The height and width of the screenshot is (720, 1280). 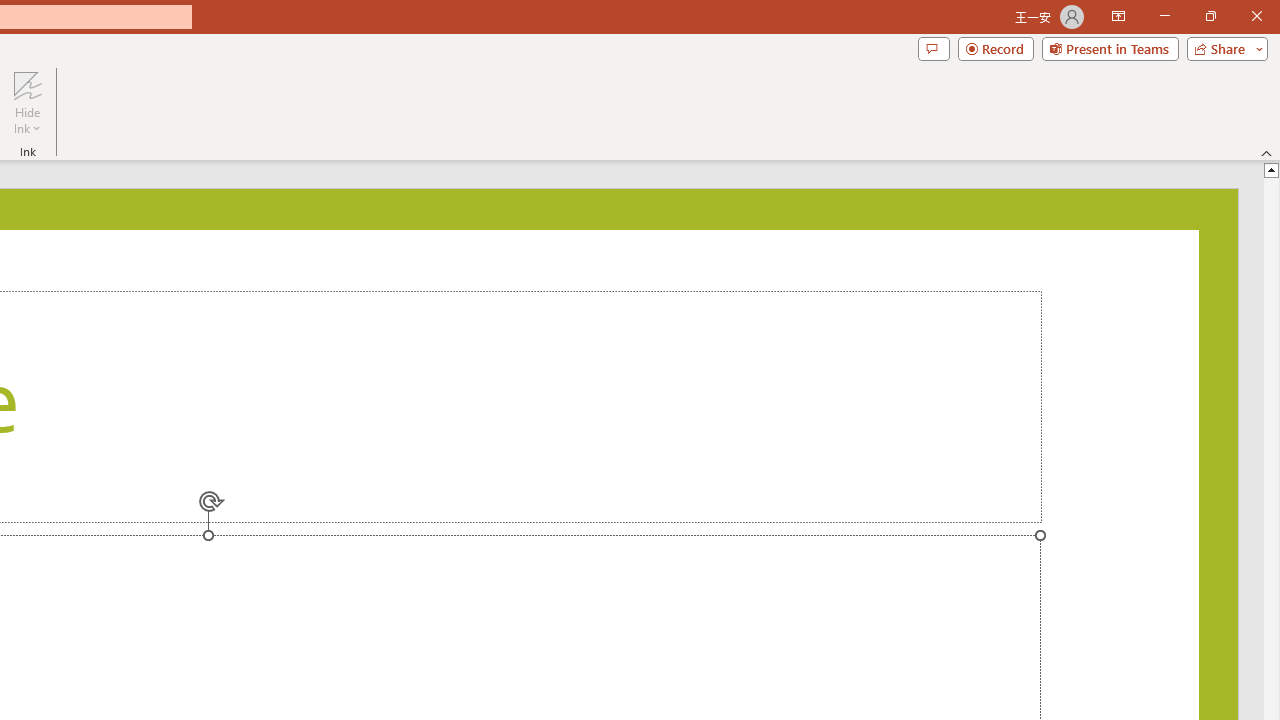 I want to click on 'Ribbon Display Options', so click(x=1117, y=16).